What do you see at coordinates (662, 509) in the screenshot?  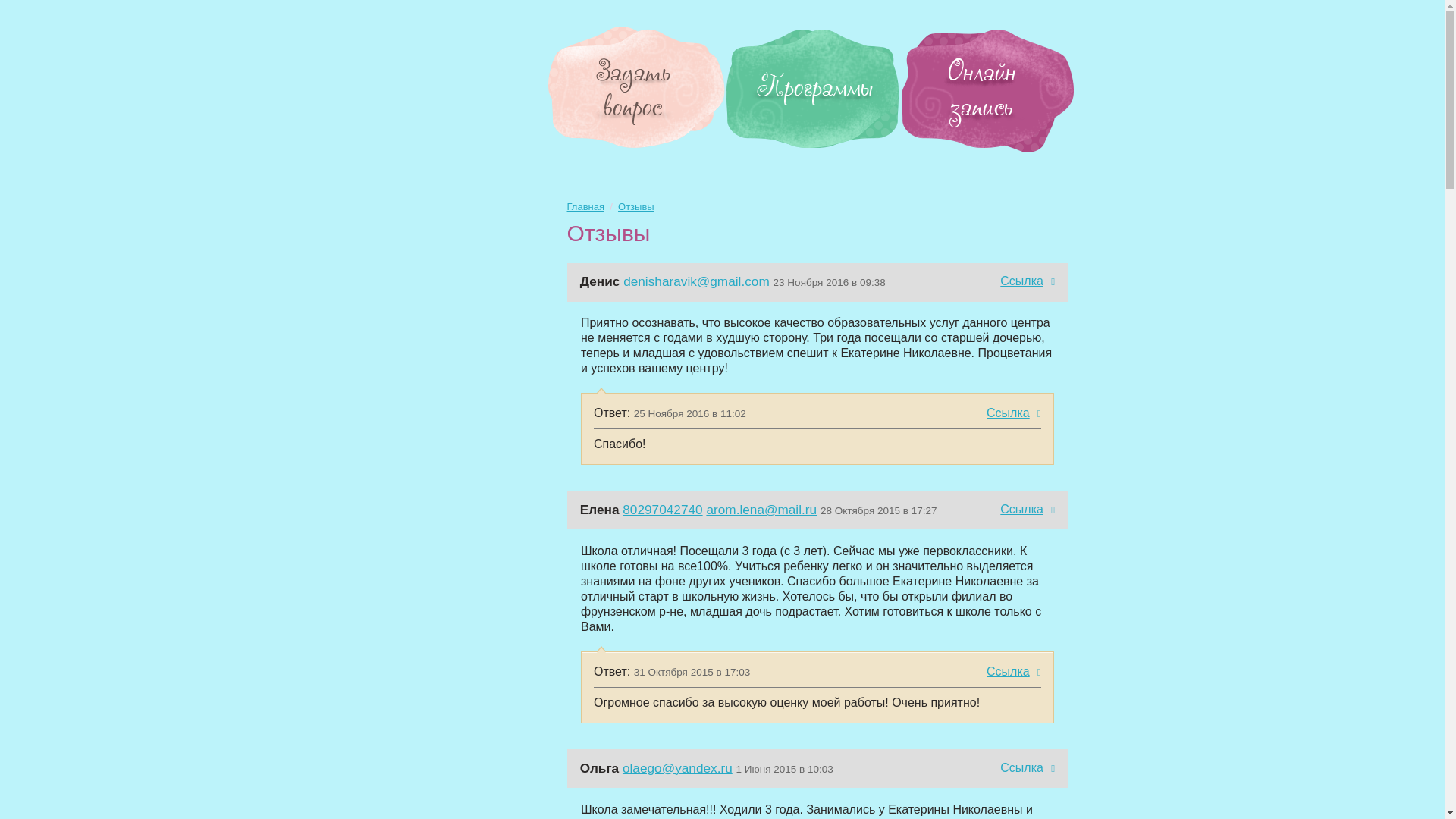 I see `'80297042740'` at bounding box center [662, 509].